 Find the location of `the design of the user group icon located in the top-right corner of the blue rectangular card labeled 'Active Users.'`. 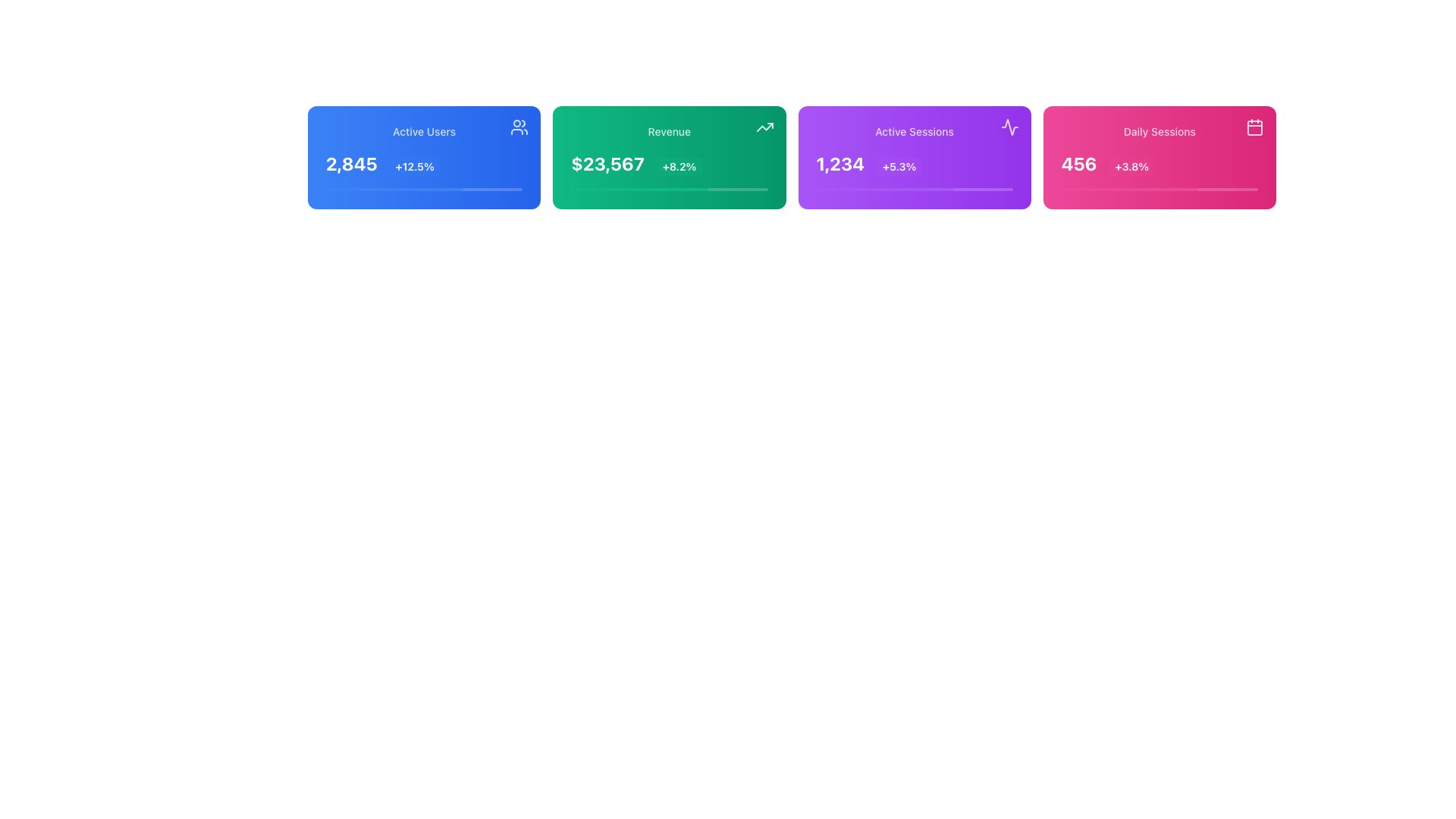

the design of the user group icon located in the top-right corner of the blue rectangular card labeled 'Active Users.' is located at coordinates (519, 127).